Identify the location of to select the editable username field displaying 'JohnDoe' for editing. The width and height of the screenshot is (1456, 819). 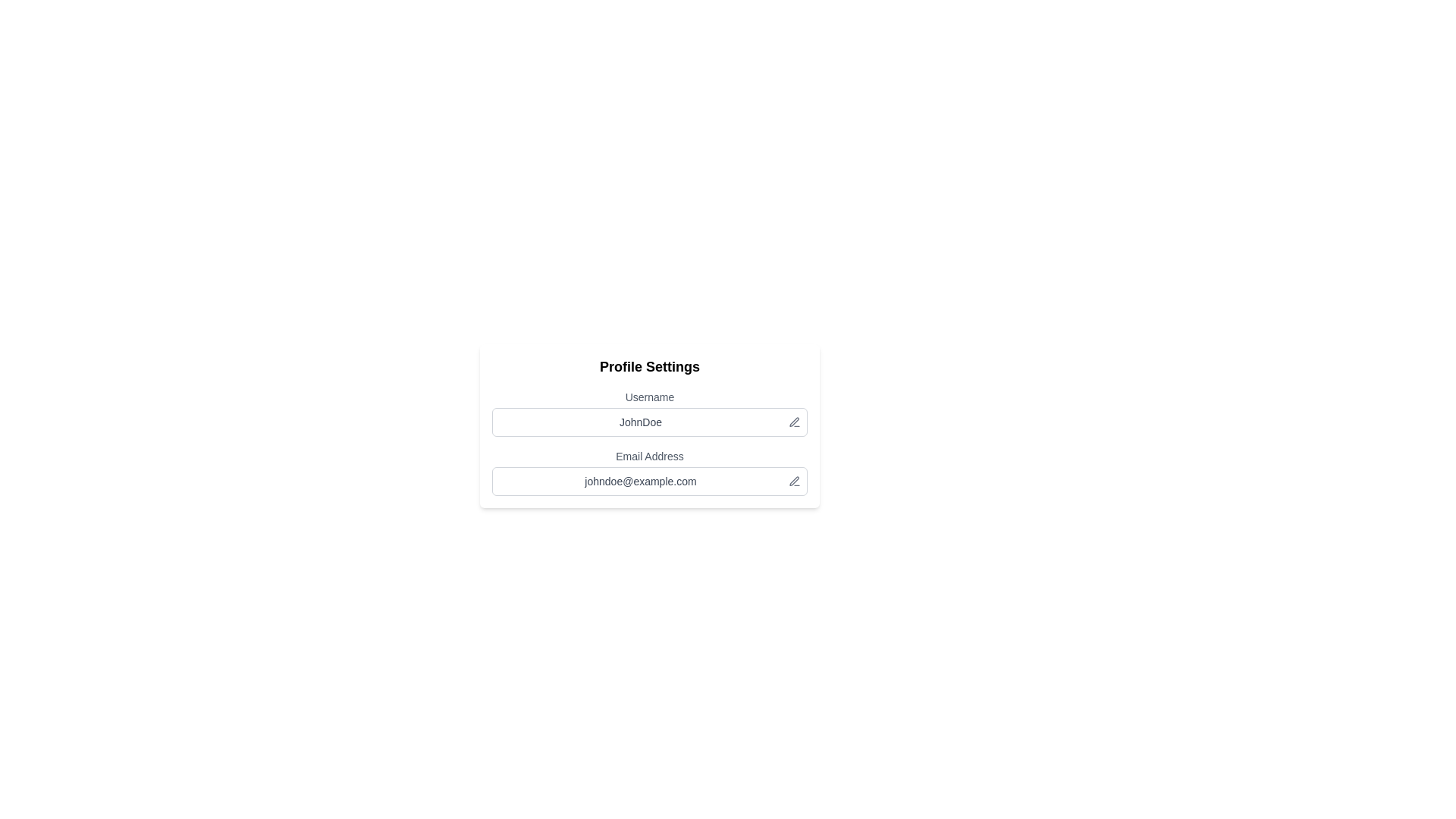
(650, 422).